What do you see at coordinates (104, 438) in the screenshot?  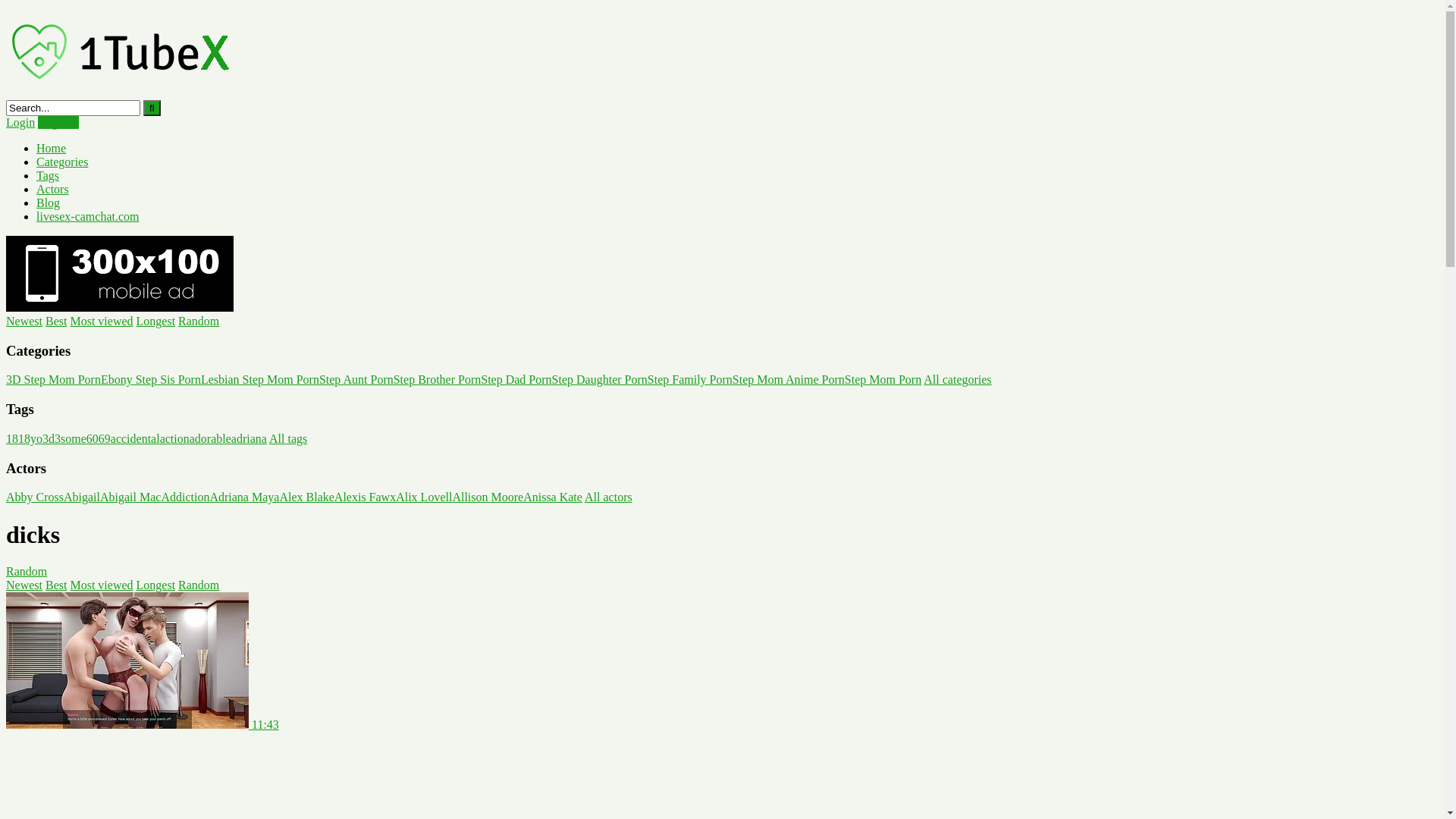 I see `'69'` at bounding box center [104, 438].